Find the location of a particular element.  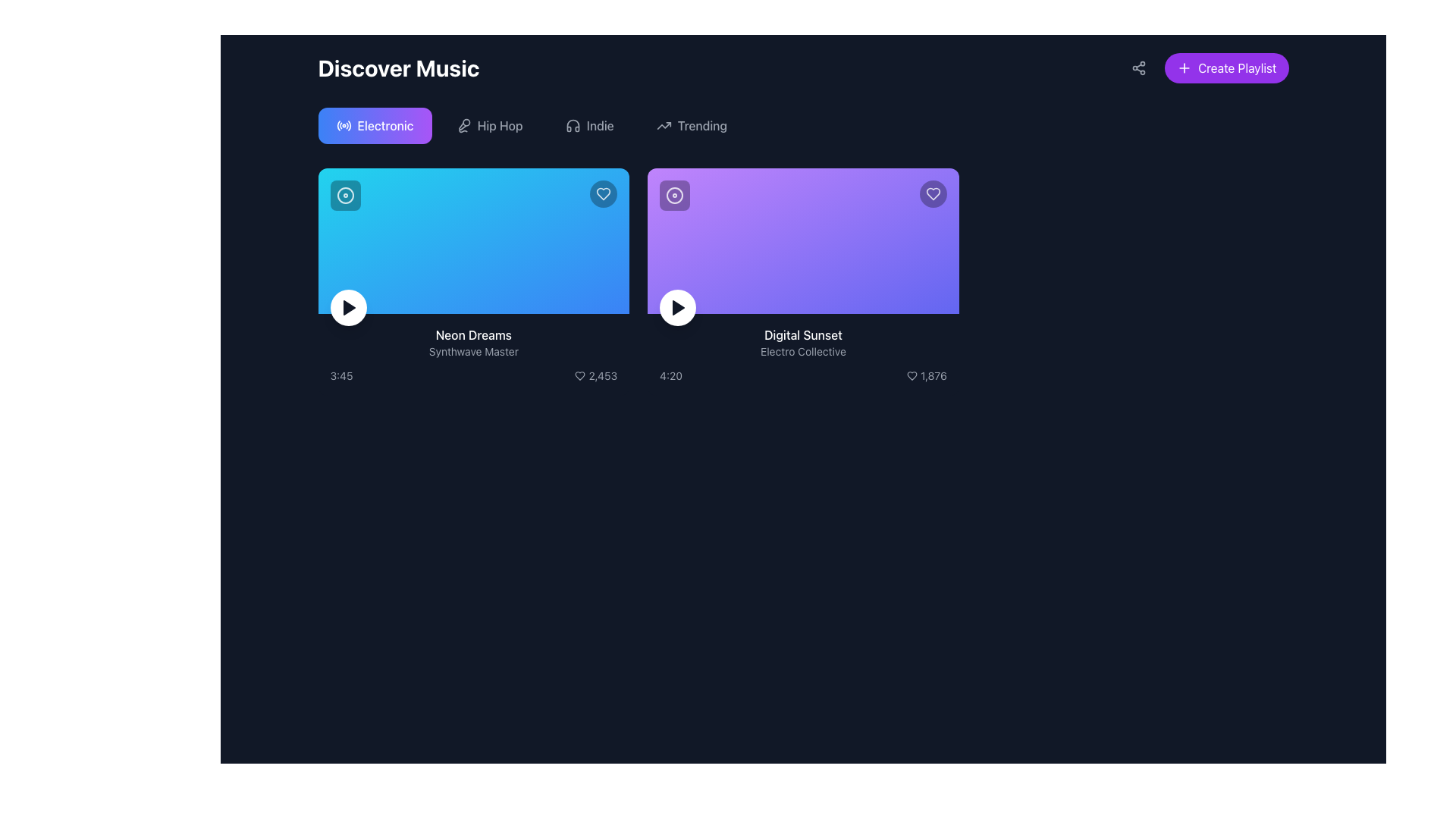

the 'Create New Playlist' button located in the header section, aligned to the far right next to the share icon is located at coordinates (1206, 67).